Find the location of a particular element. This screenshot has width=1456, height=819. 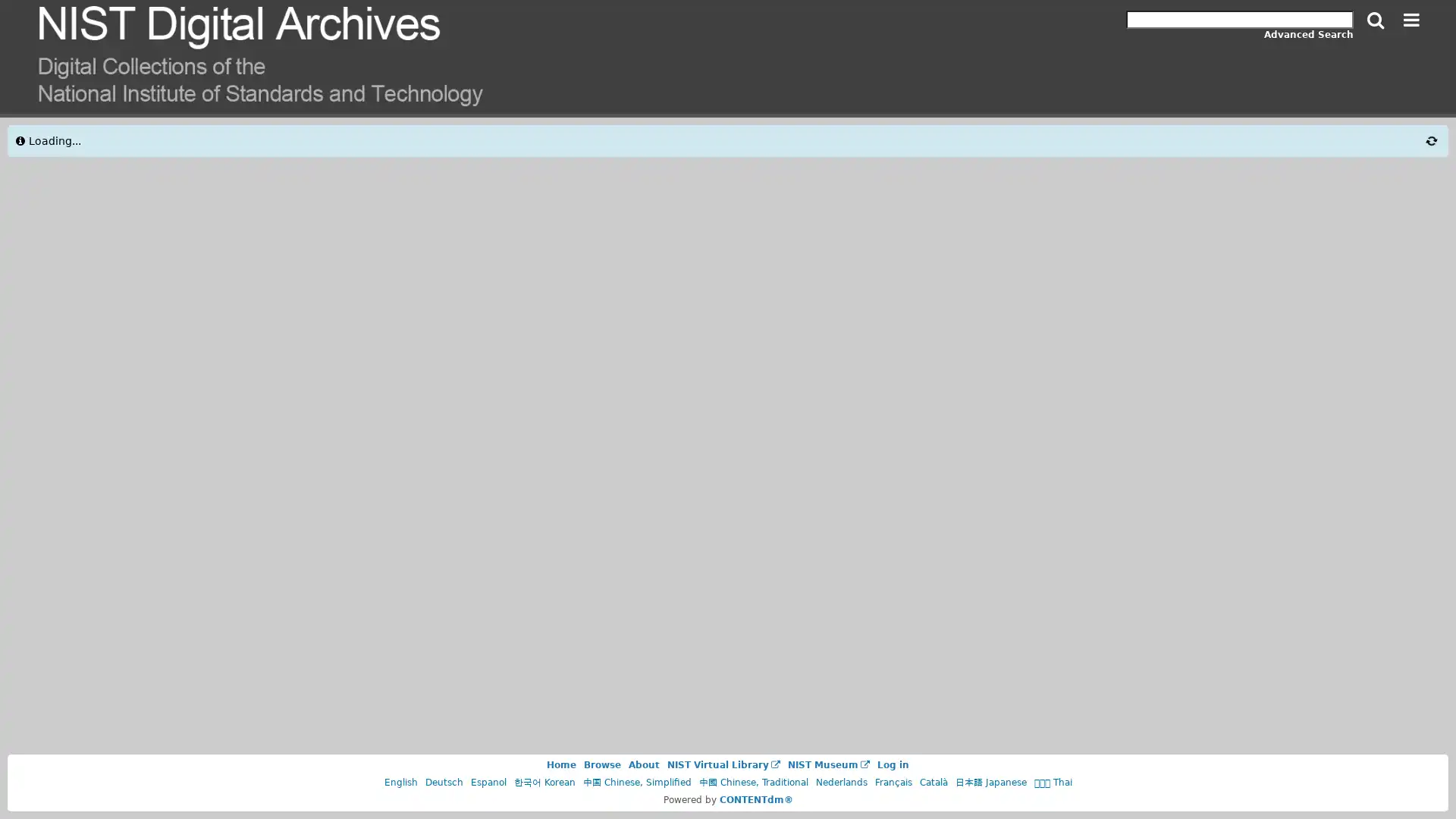

Show More is located at coordinates (184, 601).